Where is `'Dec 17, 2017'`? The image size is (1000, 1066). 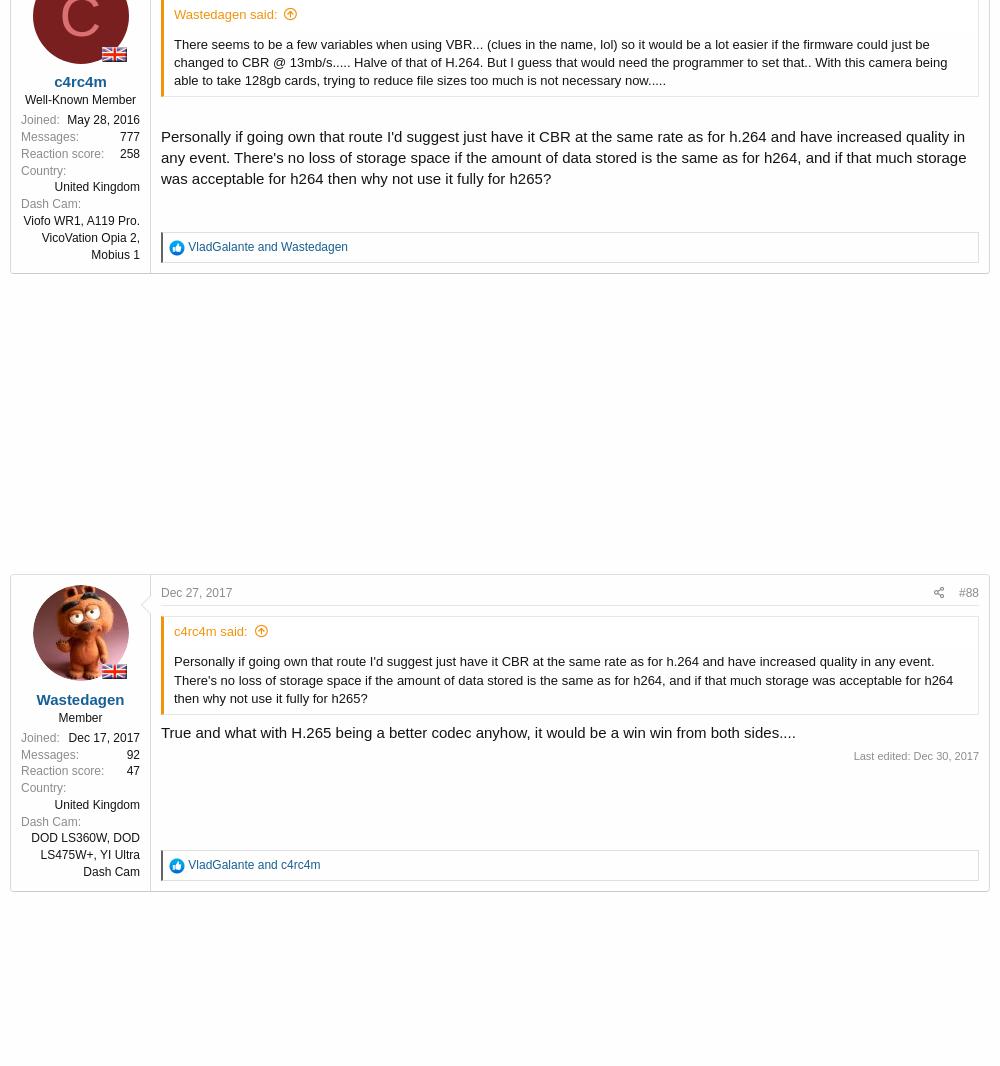
'Dec 17, 2017' is located at coordinates (103, 736).